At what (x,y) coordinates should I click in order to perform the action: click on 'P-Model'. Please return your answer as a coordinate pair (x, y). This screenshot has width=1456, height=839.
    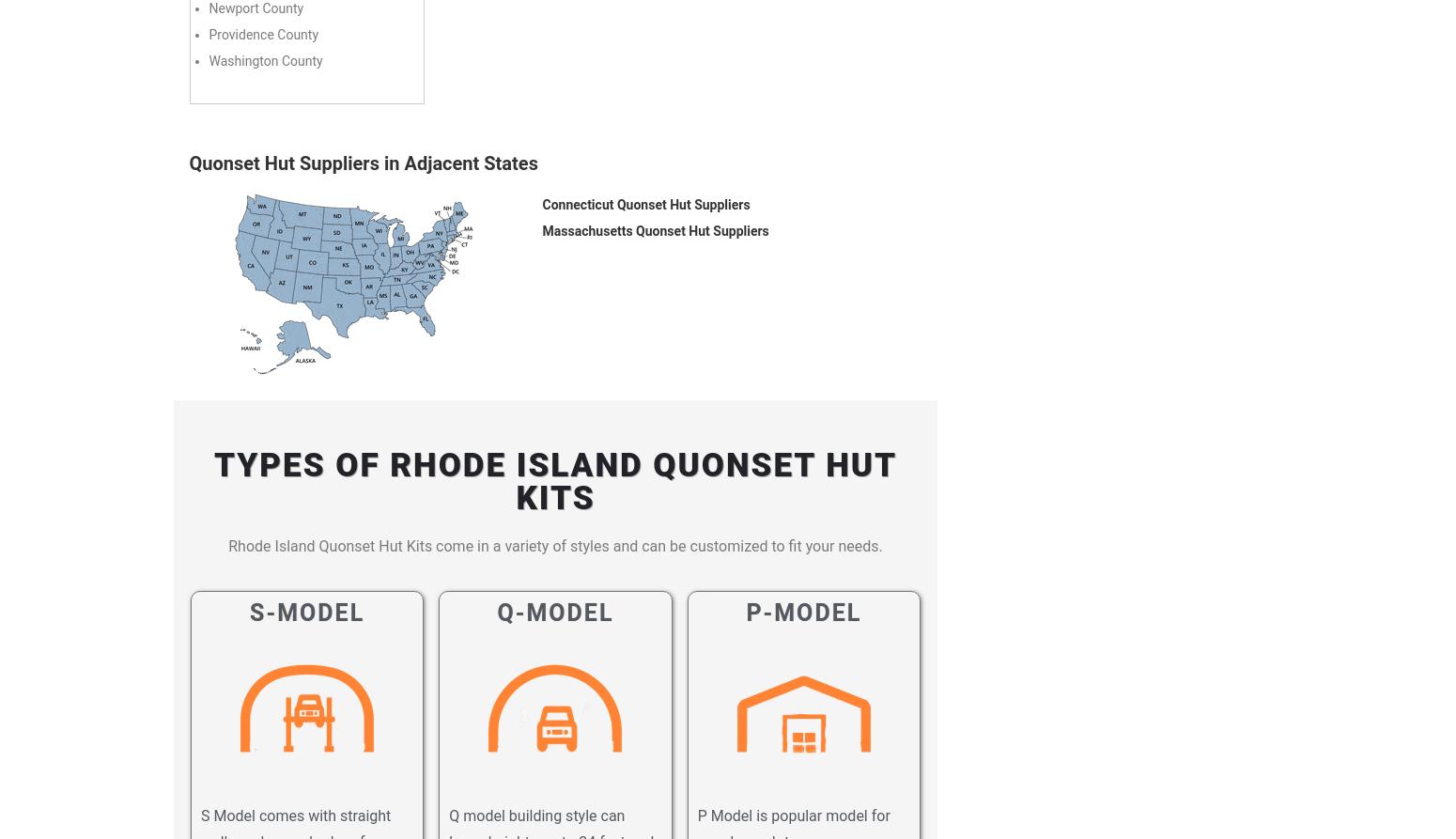
    Looking at the image, I should click on (803, 612).